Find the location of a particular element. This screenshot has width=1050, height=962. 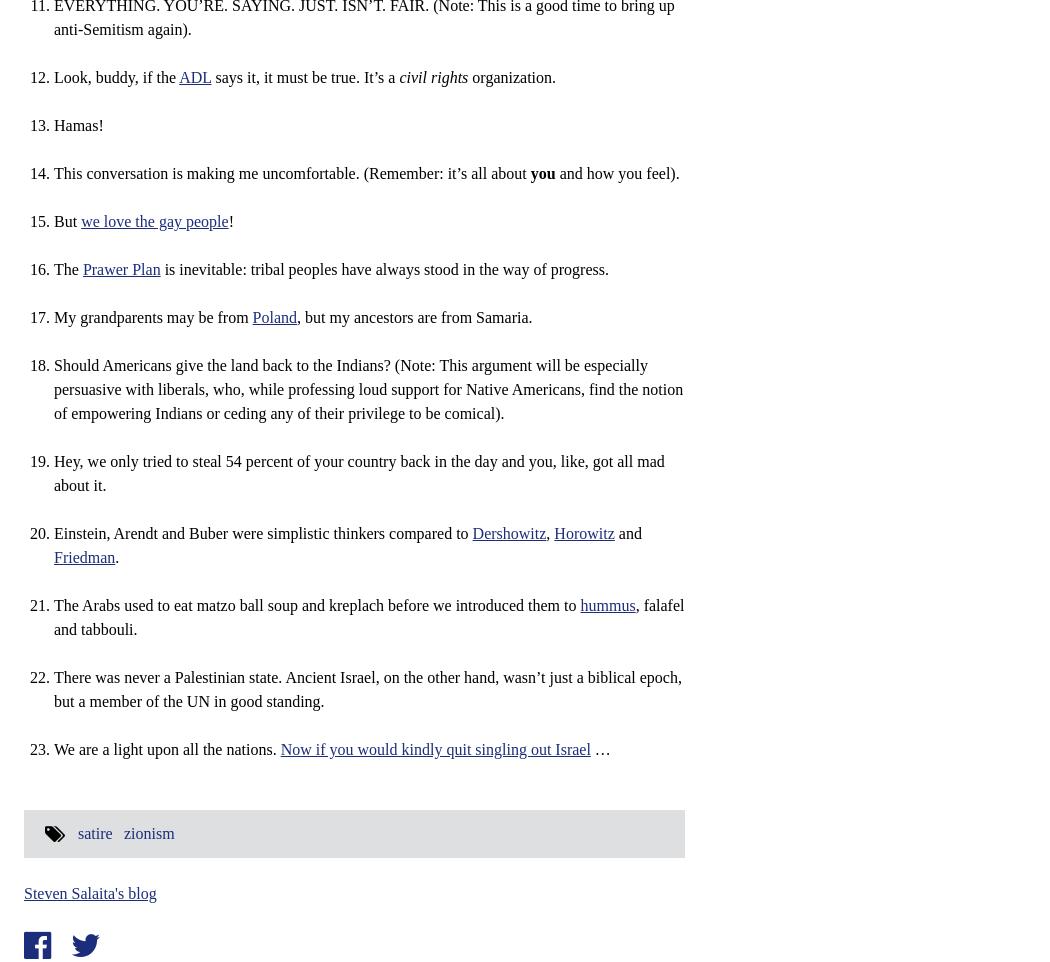

'is inevitable: tribal peoples have always stood in the way of progress.' is located at coordinates (160, 269).